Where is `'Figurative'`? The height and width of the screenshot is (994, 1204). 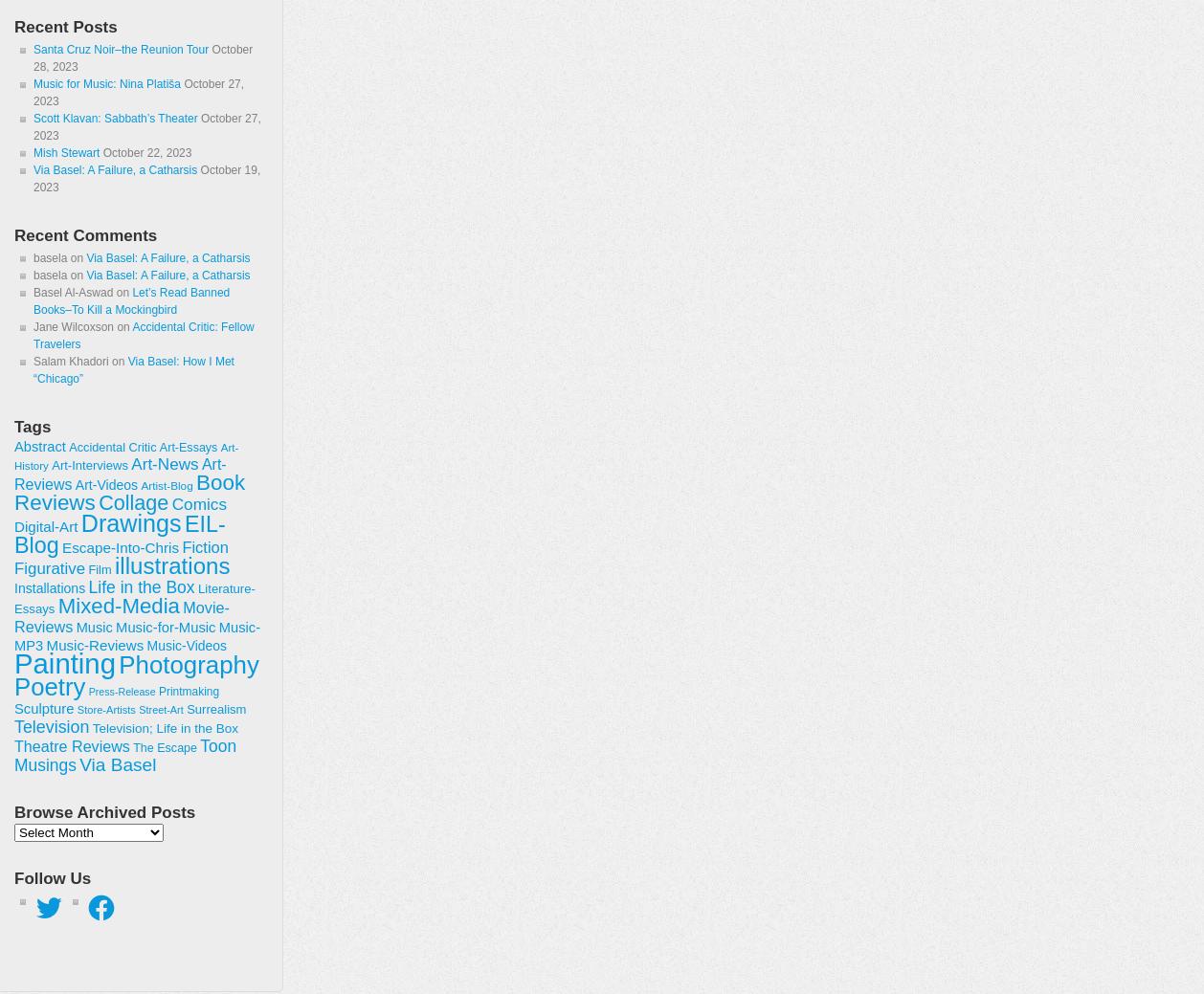 'Figurative' is located at coordinates (49, 568).